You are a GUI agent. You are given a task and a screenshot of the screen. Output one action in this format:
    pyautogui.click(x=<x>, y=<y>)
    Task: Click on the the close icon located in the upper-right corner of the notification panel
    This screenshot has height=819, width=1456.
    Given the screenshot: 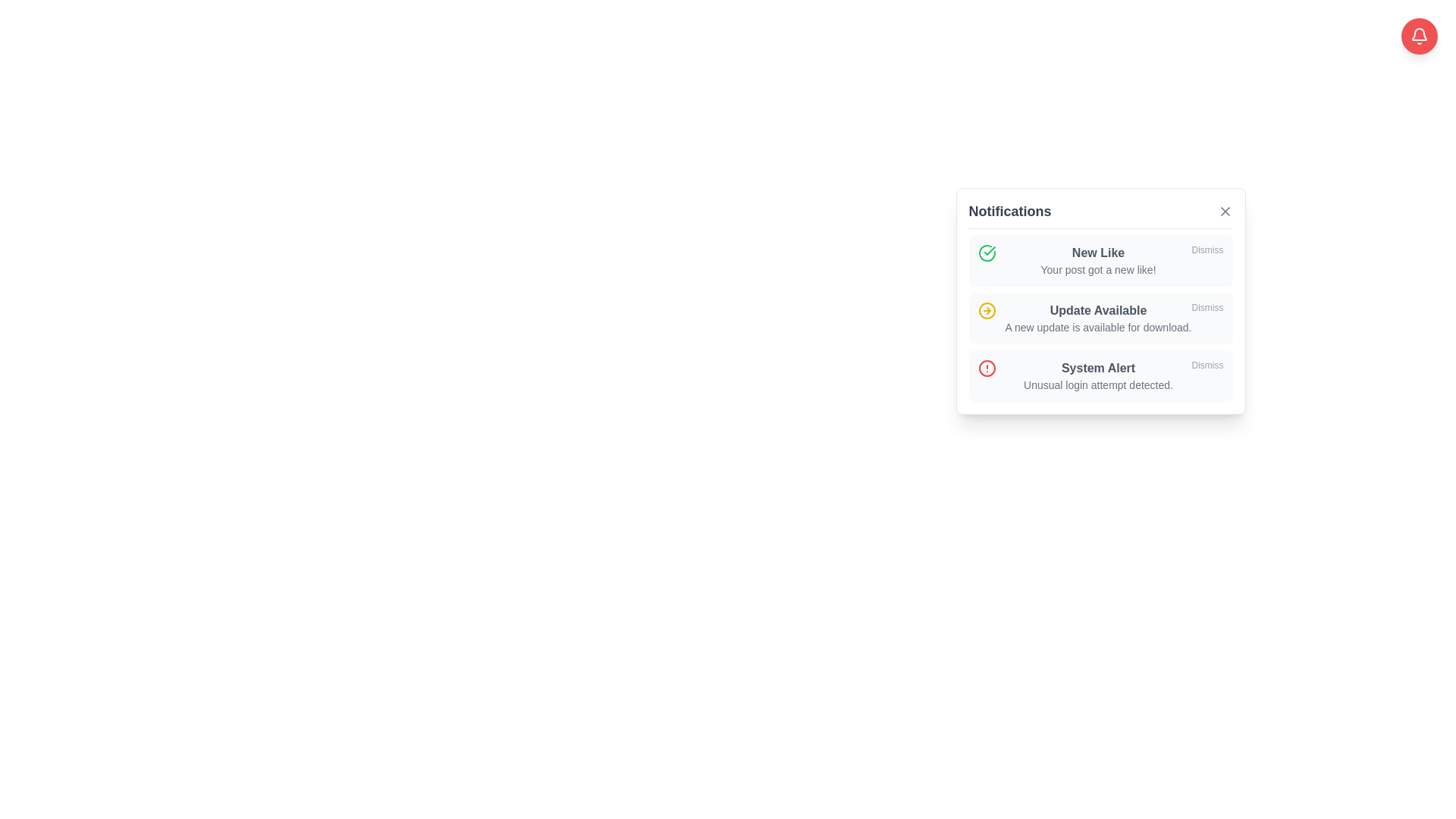 What is the action you would take?
    pyautogui.click(x=1225, y=211)
    